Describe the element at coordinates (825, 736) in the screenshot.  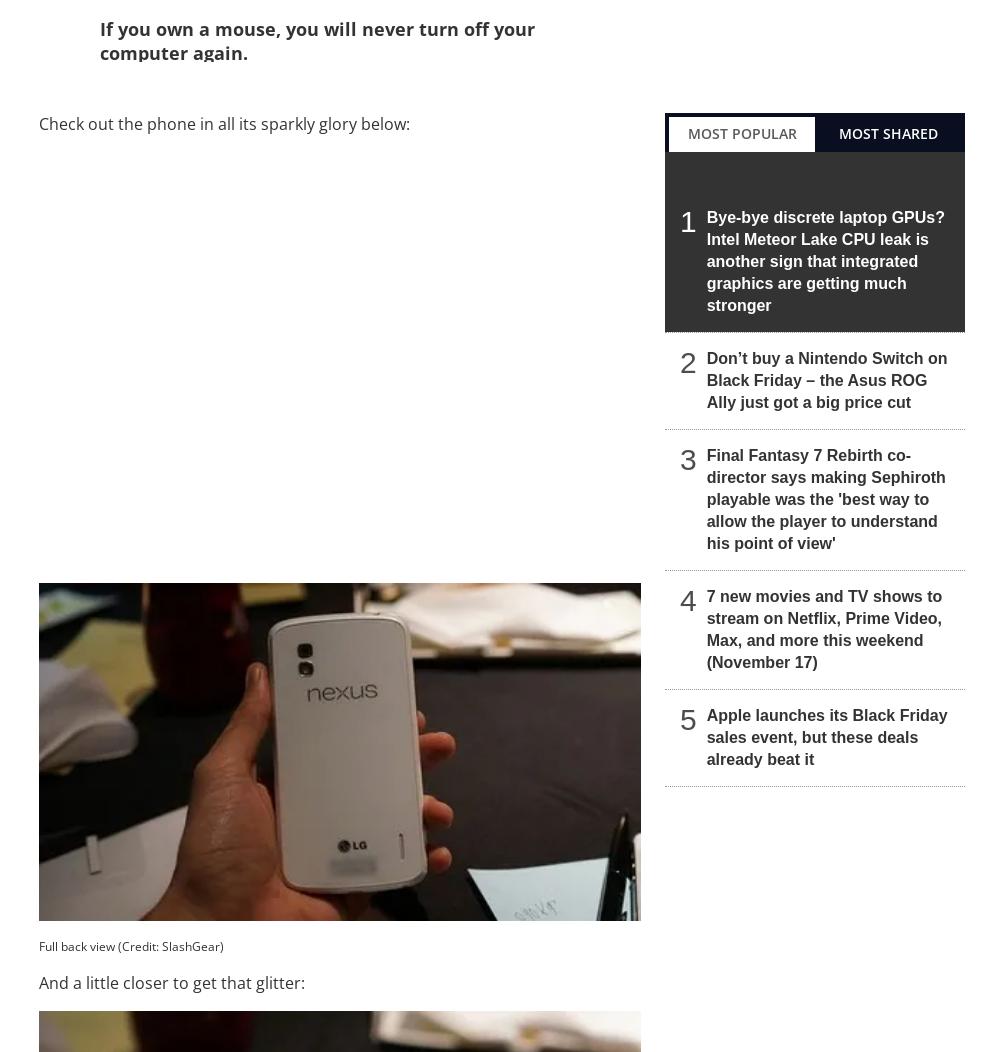
I see `'Apple launches its Black Friday sales event, but these deals already beat it'` at that location.